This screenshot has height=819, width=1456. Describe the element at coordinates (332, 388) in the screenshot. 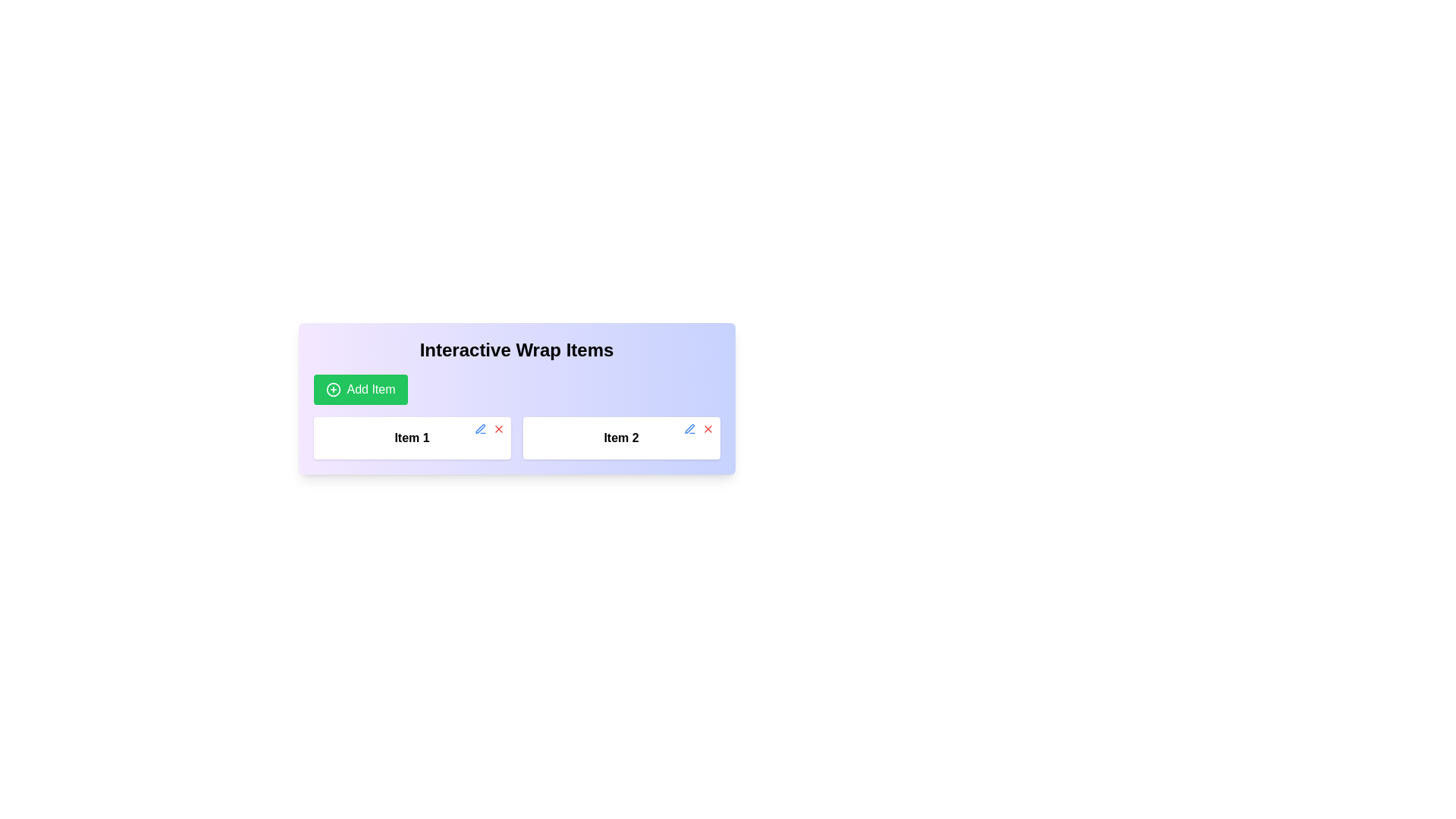

I see `the outer circle component of the 'Add Item' button located in the top-left area of the main interactive panel labeled 'Interactive Wrap Items'` at that location.